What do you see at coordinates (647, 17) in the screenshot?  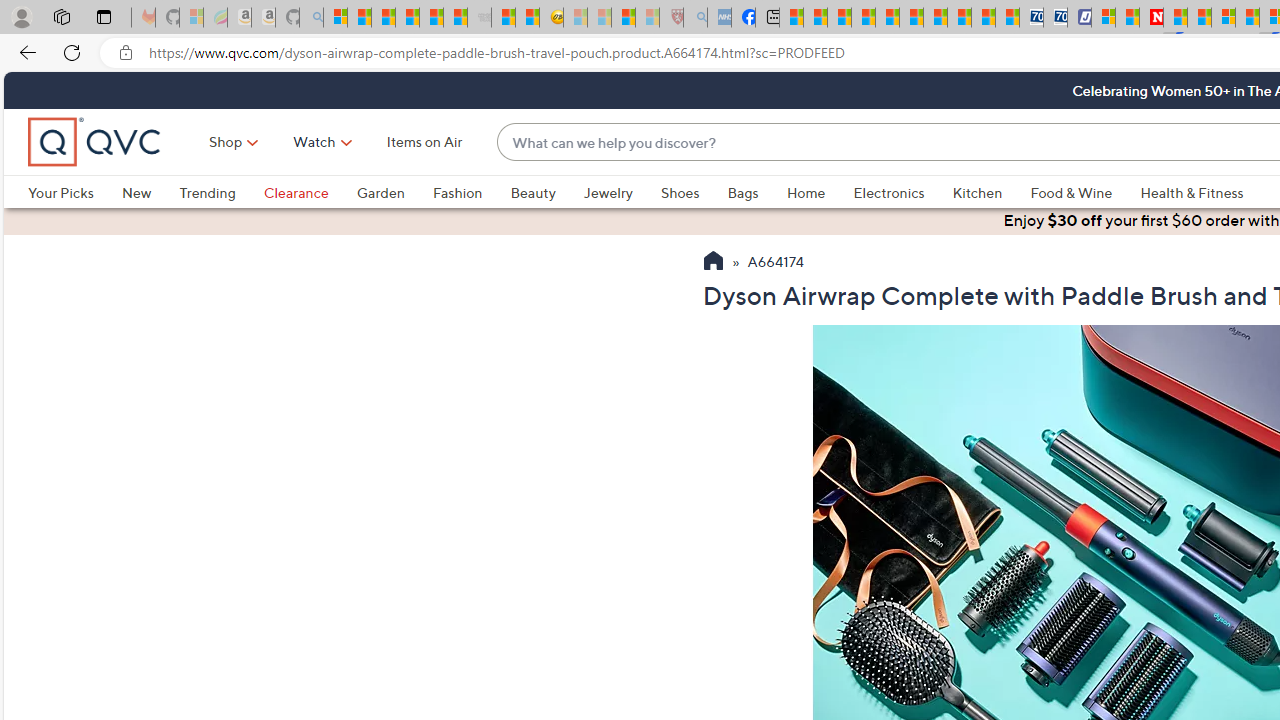 I see `'12 Popular Science Lies that Must be Corrected - Sleeping'` at bounding box center [647, 17].